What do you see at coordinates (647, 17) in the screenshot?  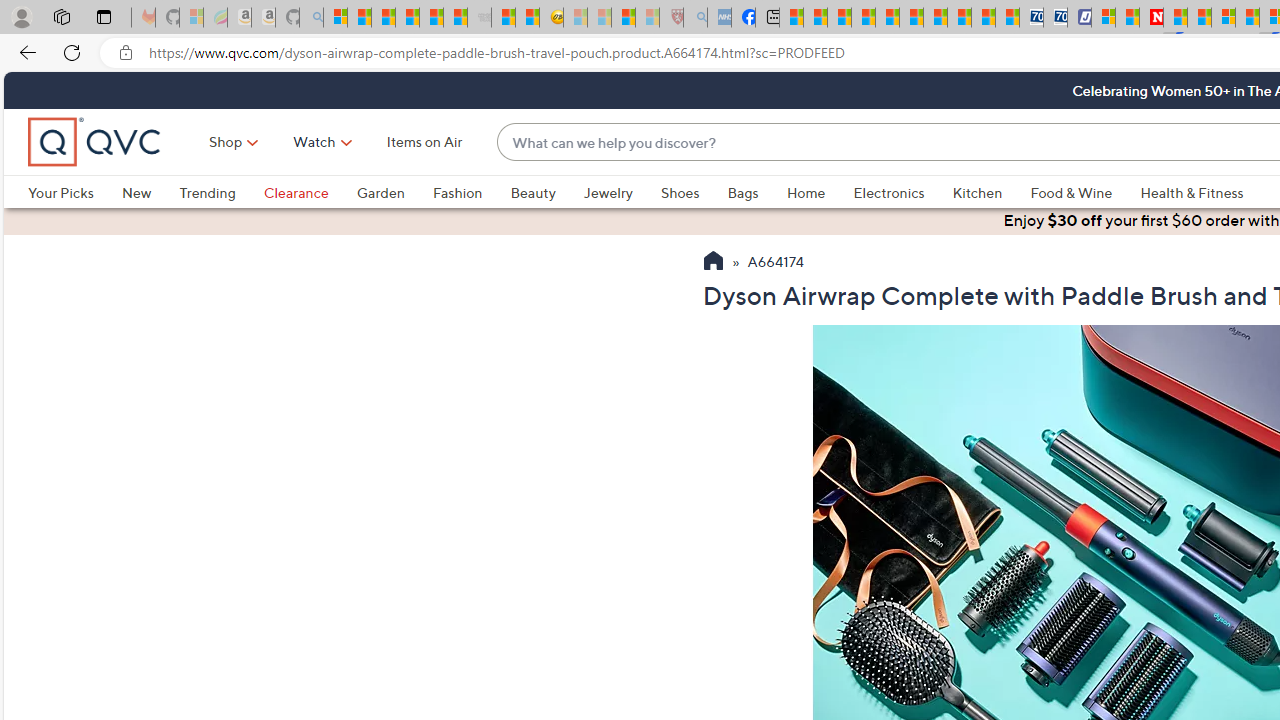 I see `'12 Popular Science Lies that Must be Corrected - Sleeping'` at bounding box center [647, 17].